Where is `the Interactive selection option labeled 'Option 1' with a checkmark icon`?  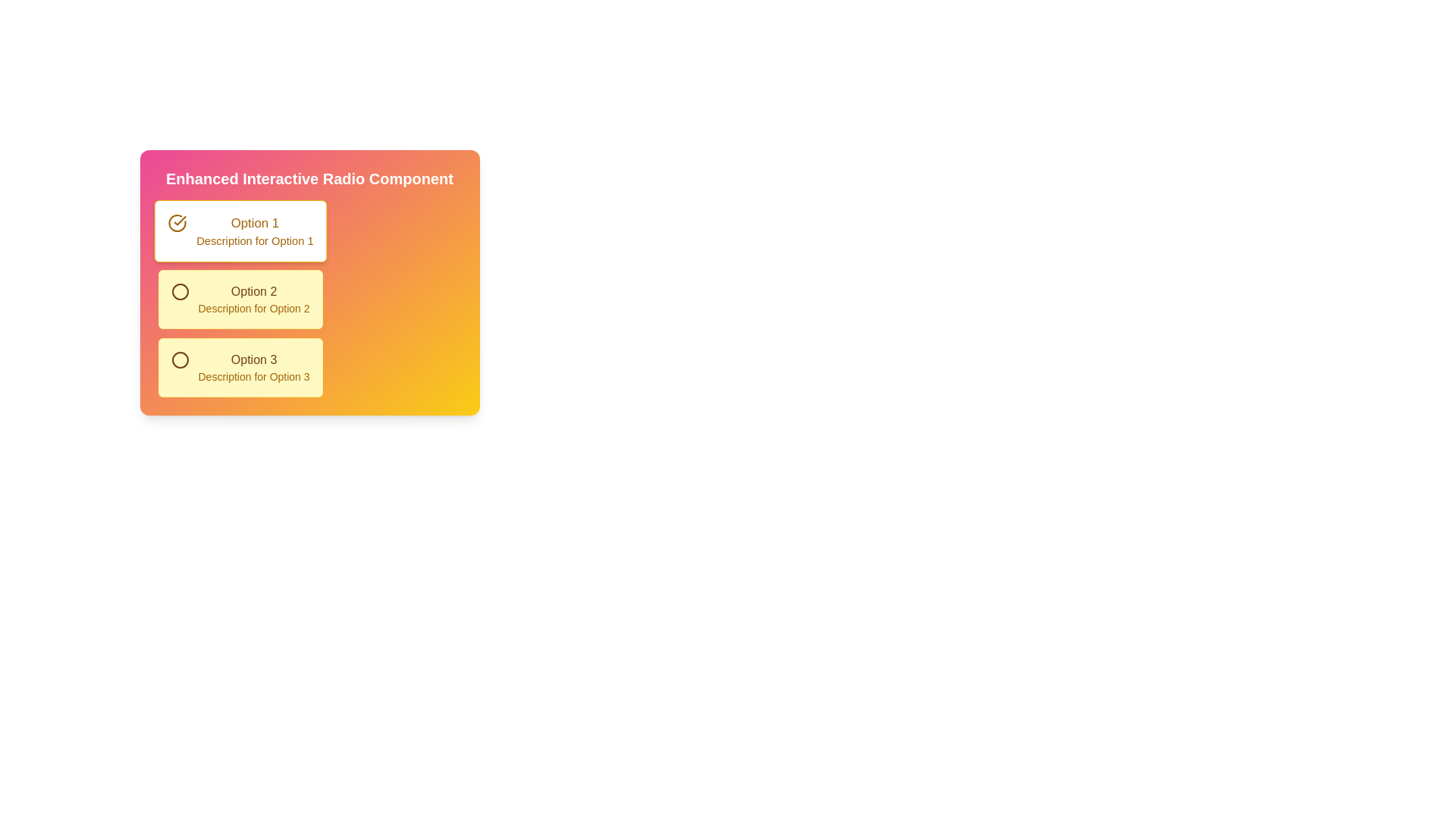
the Interactive selection option labeled 'Option 1' with a checkmark icon is located at coordinates (239, 231).